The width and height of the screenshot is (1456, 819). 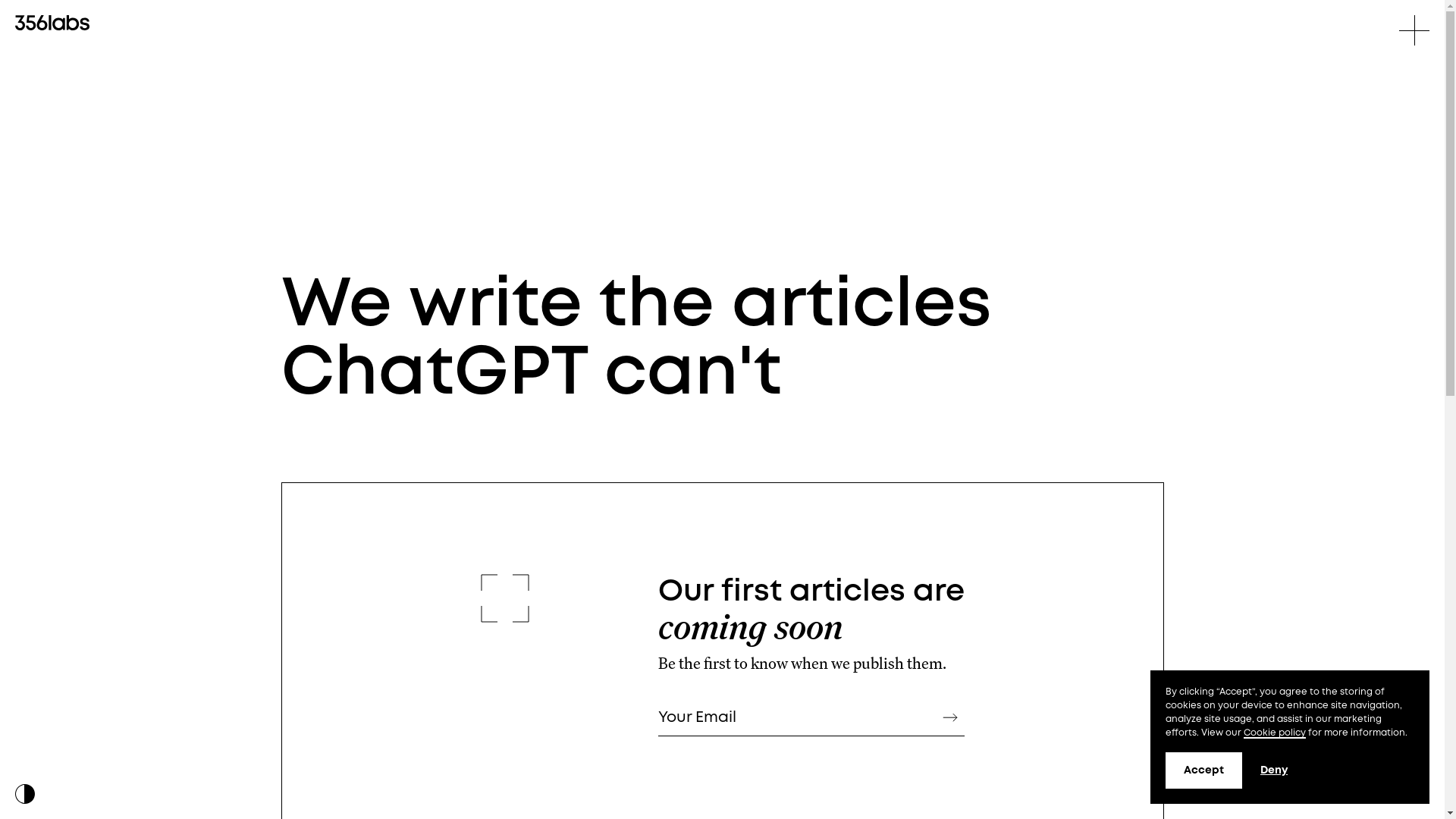 I want to click on 'Accept', so click(x=1203, y=770).